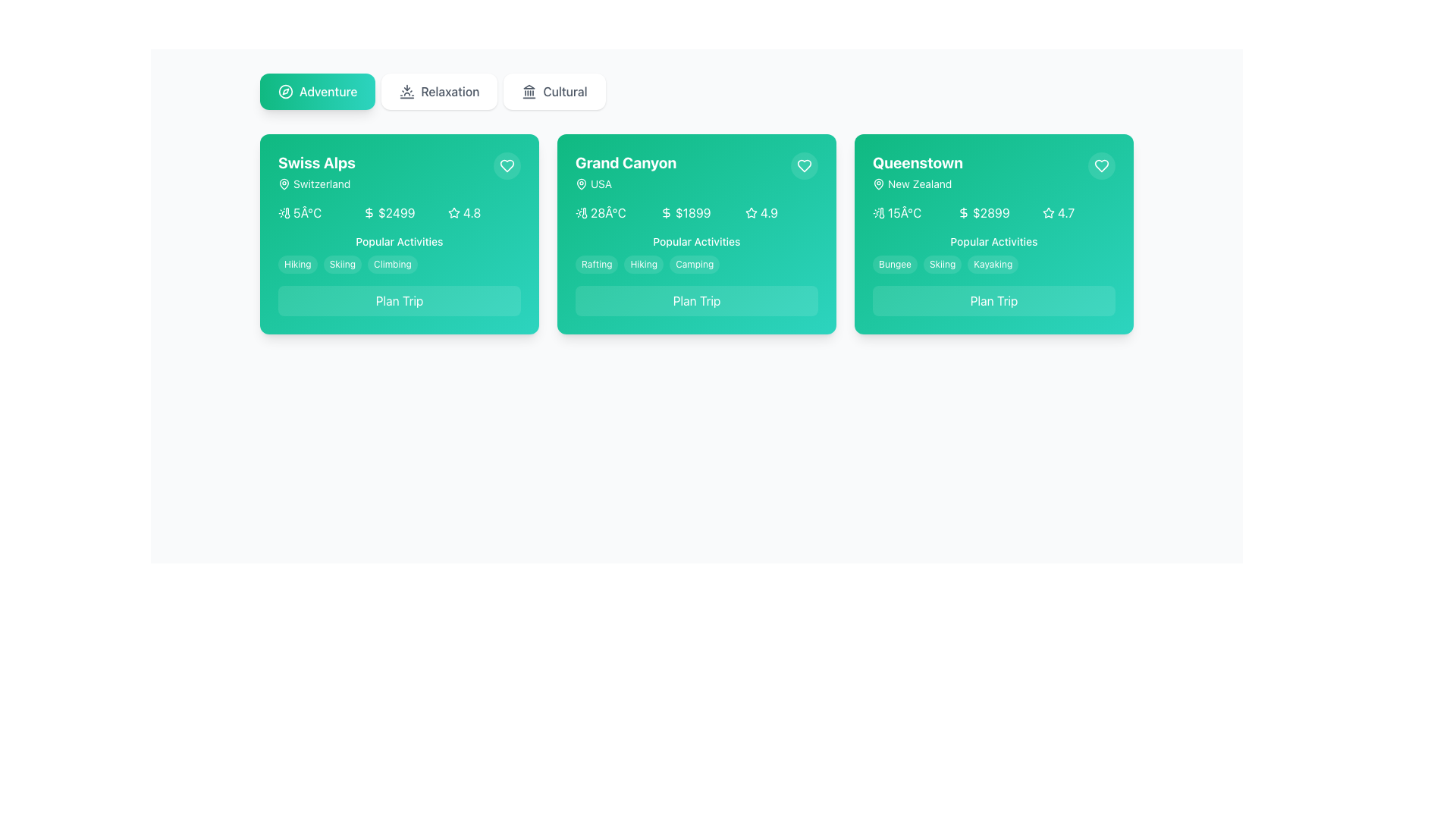 This screenshot has height=819, width=1456. Describe the element at coordinates (695, 241) in the screenshot. I see `the Text Label that serves as a heading for the list of activities displayed below it, located in the second card of three, positioned above the activity tags 'Rafting', 'Hiking', and 'Camping'` at that location.